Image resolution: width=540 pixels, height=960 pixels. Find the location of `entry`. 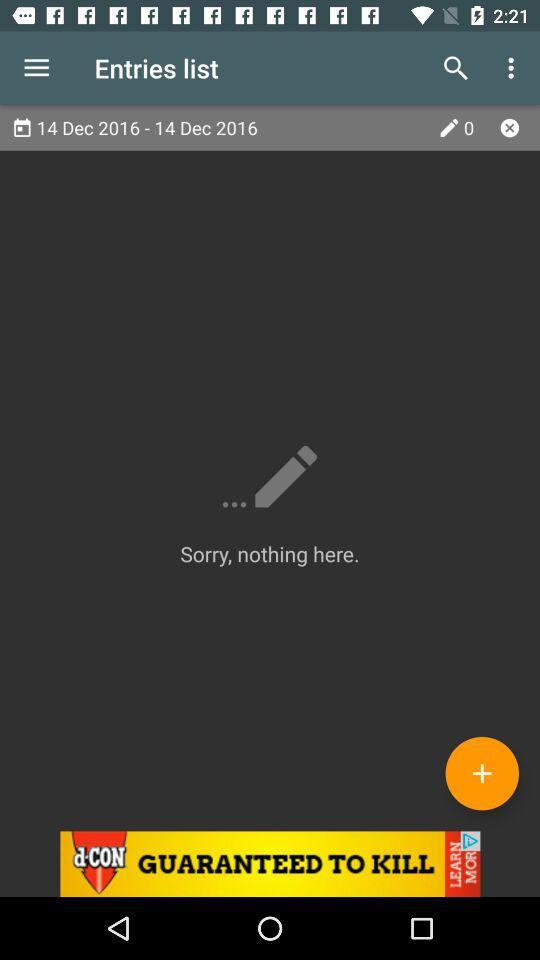

entry is located at coordinates (481, 772).